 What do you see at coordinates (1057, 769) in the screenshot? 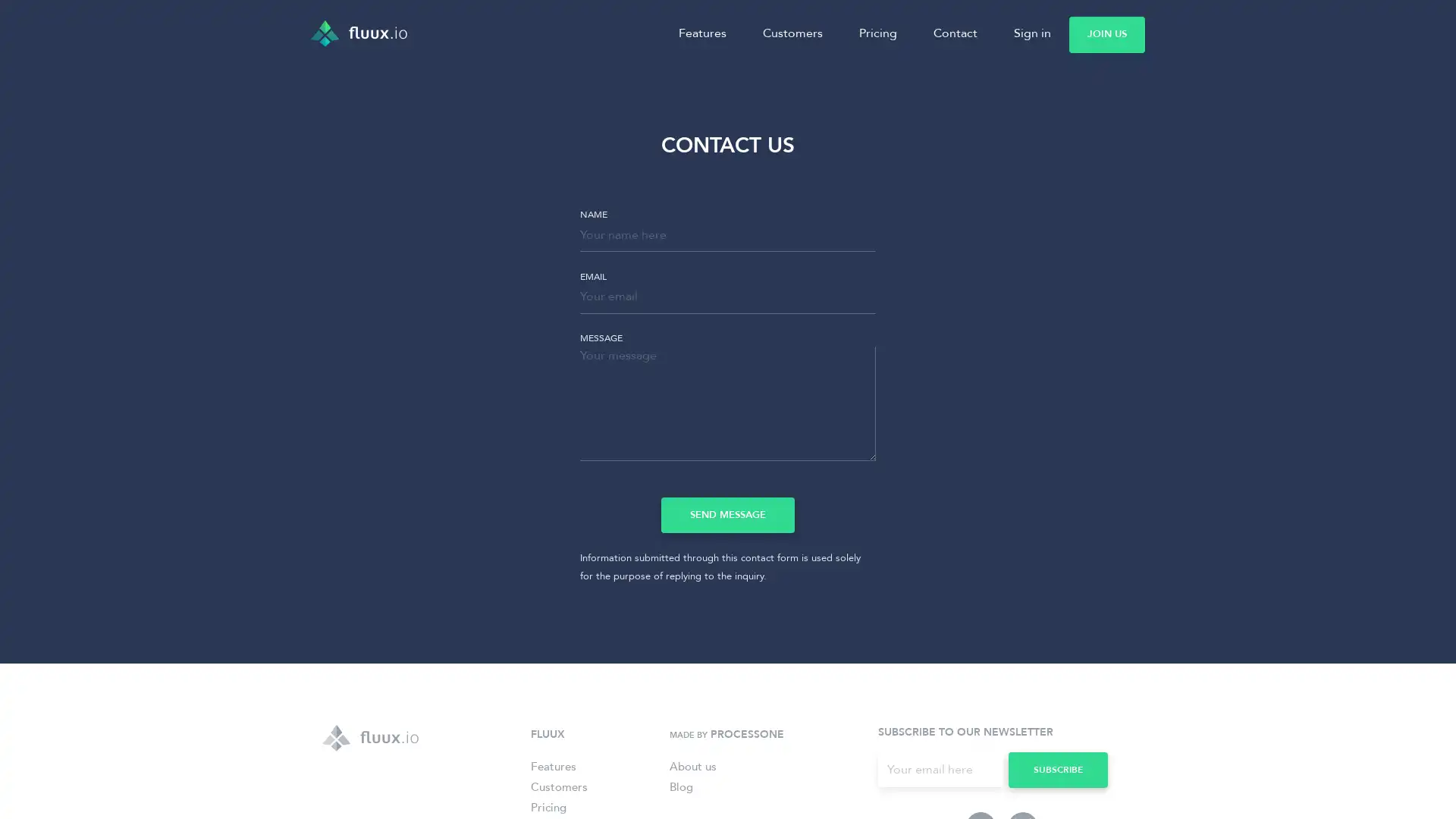
I see `SUBSCRIBE` at bounding box center [1057, 769].